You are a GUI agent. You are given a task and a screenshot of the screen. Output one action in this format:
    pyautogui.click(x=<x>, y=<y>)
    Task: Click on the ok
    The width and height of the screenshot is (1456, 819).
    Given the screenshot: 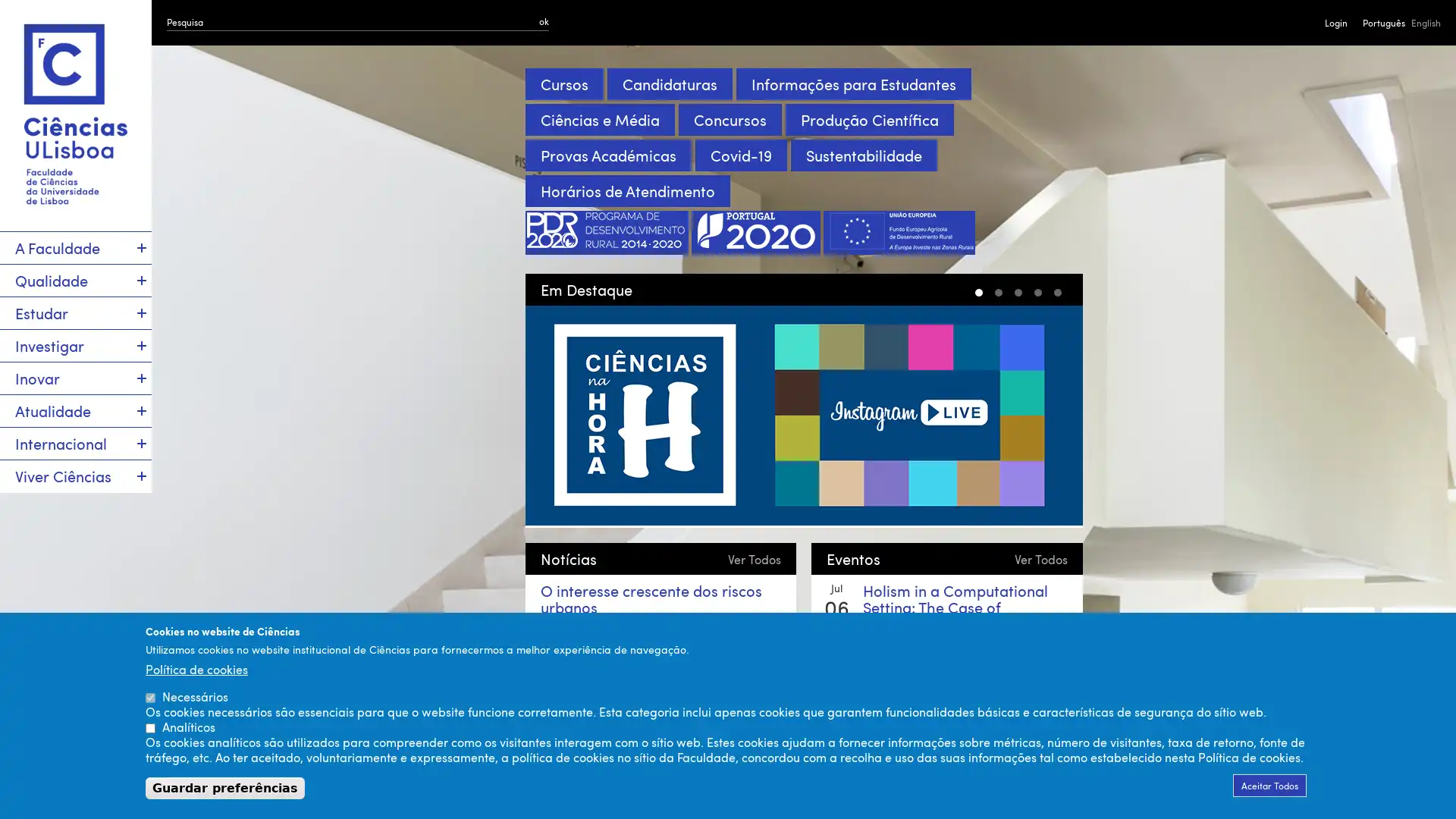 What is the action you would take?
    pyautogui.click(x=544, y=20)
    